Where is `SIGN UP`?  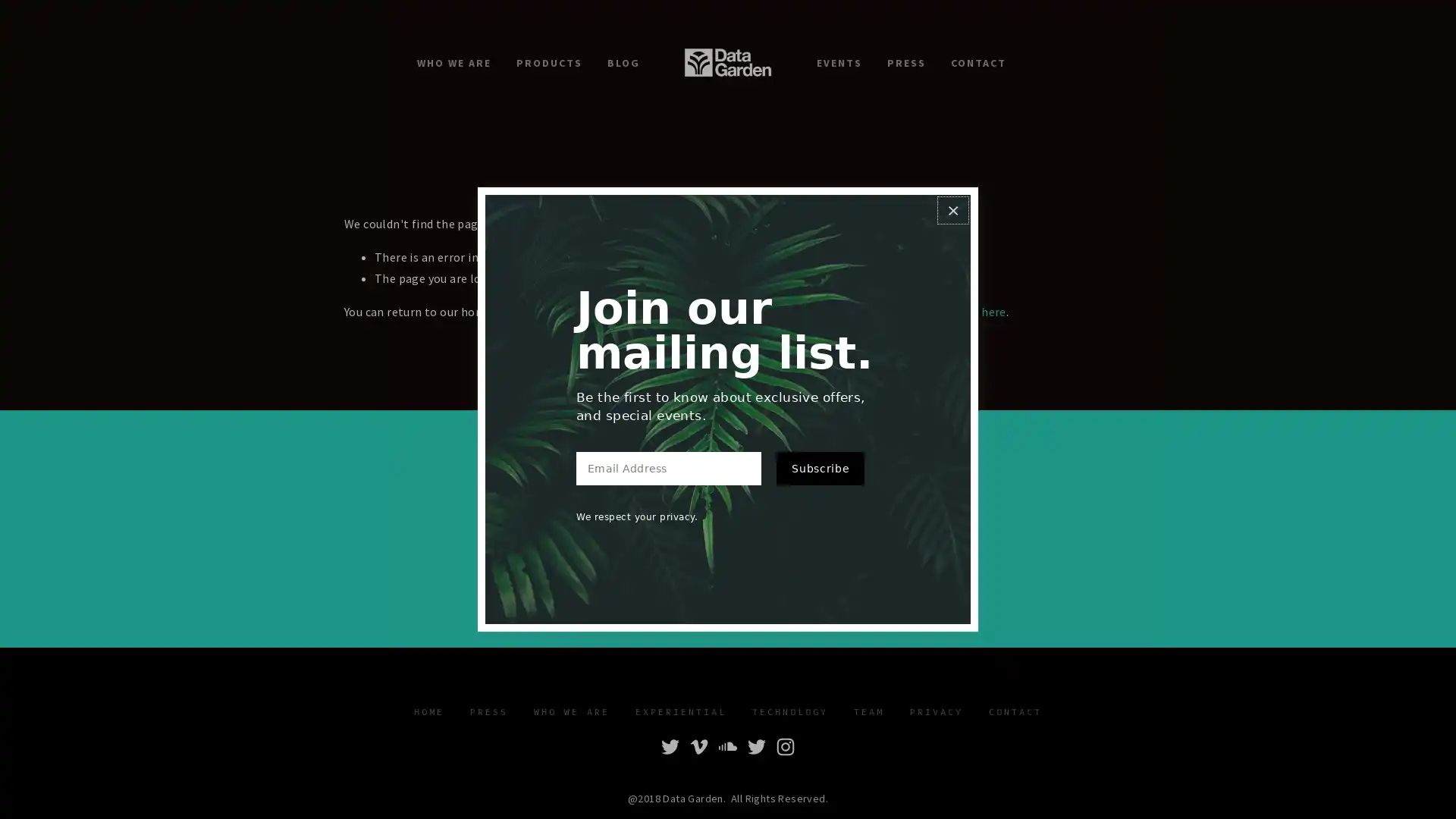 SIGN UP is located at coordinates (822, 552).